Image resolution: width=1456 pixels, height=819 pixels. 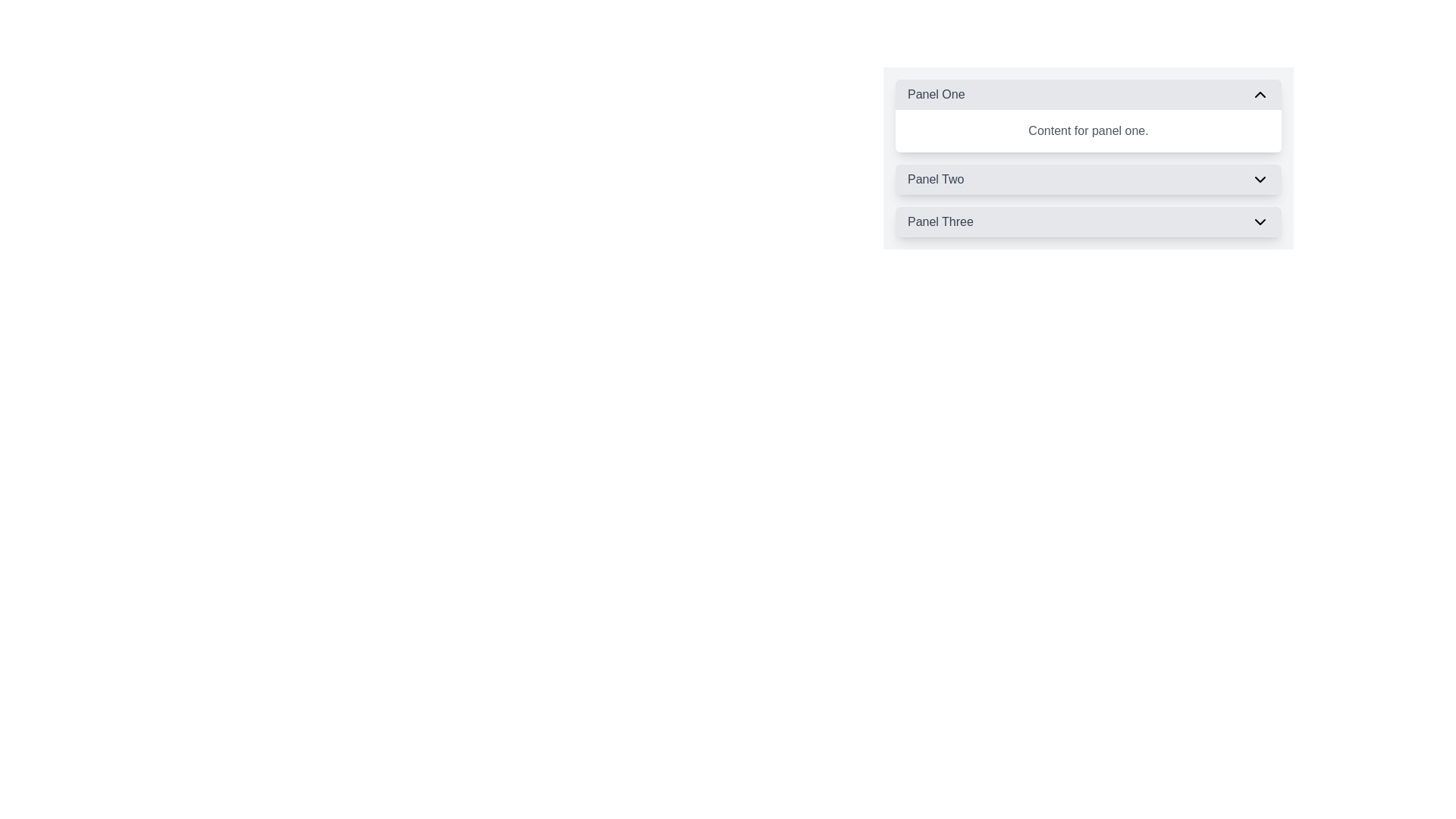 What do you see at coordinates (1260, 178) in the screenshot?
I see `the downward-pointing chevron icon located on the right side of the 'Panel Two' header` at bounding box center [1260, 178].